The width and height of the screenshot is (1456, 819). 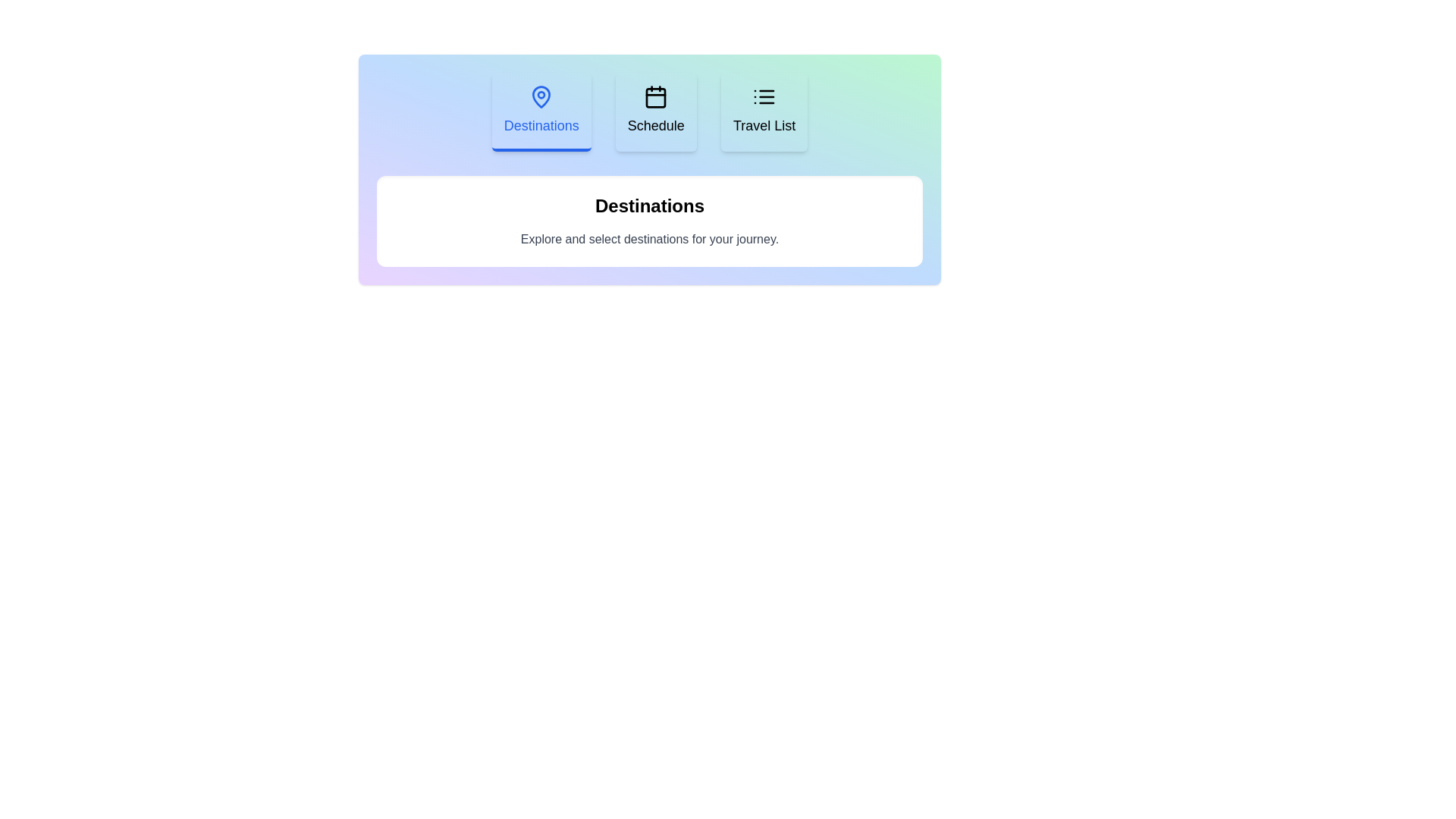 I want to click on the Destinations tab, so click(x=541, y=111).